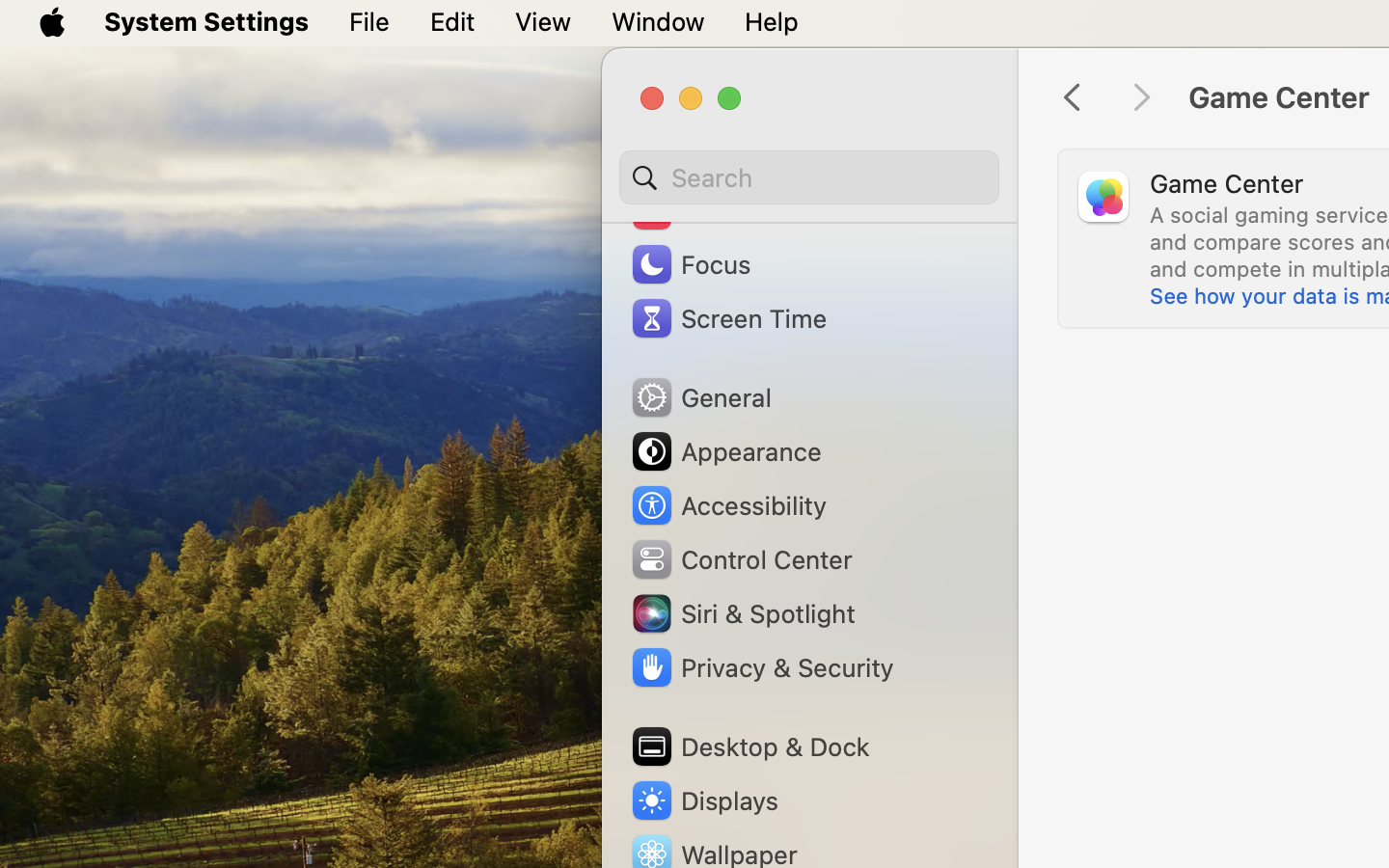  I want to click on 'Control Center', so click(739, 558).